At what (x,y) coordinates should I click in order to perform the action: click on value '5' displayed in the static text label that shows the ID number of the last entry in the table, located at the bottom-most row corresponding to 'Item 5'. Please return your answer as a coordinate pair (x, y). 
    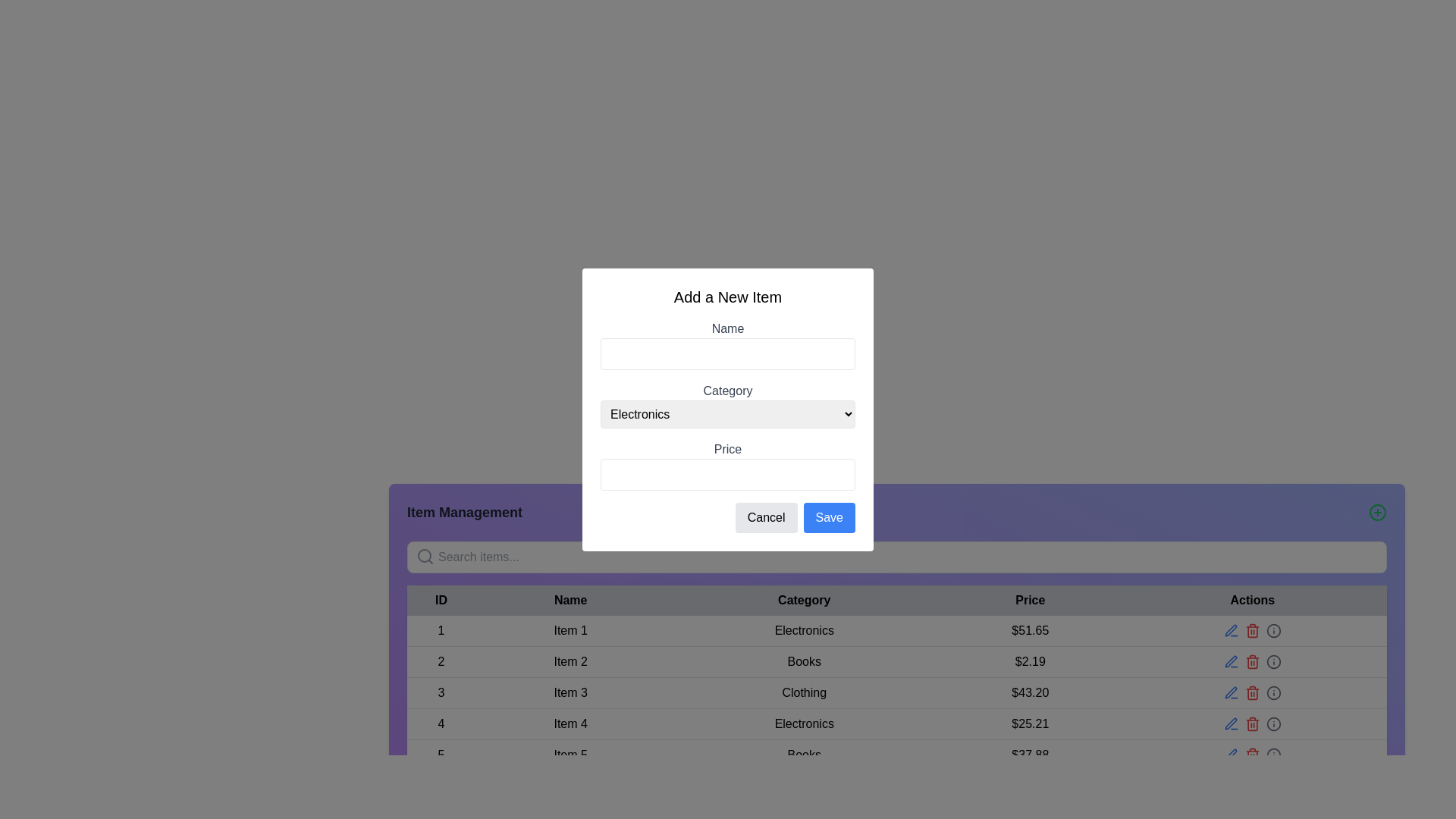
    Looking at the image, I should click on (440, 755).